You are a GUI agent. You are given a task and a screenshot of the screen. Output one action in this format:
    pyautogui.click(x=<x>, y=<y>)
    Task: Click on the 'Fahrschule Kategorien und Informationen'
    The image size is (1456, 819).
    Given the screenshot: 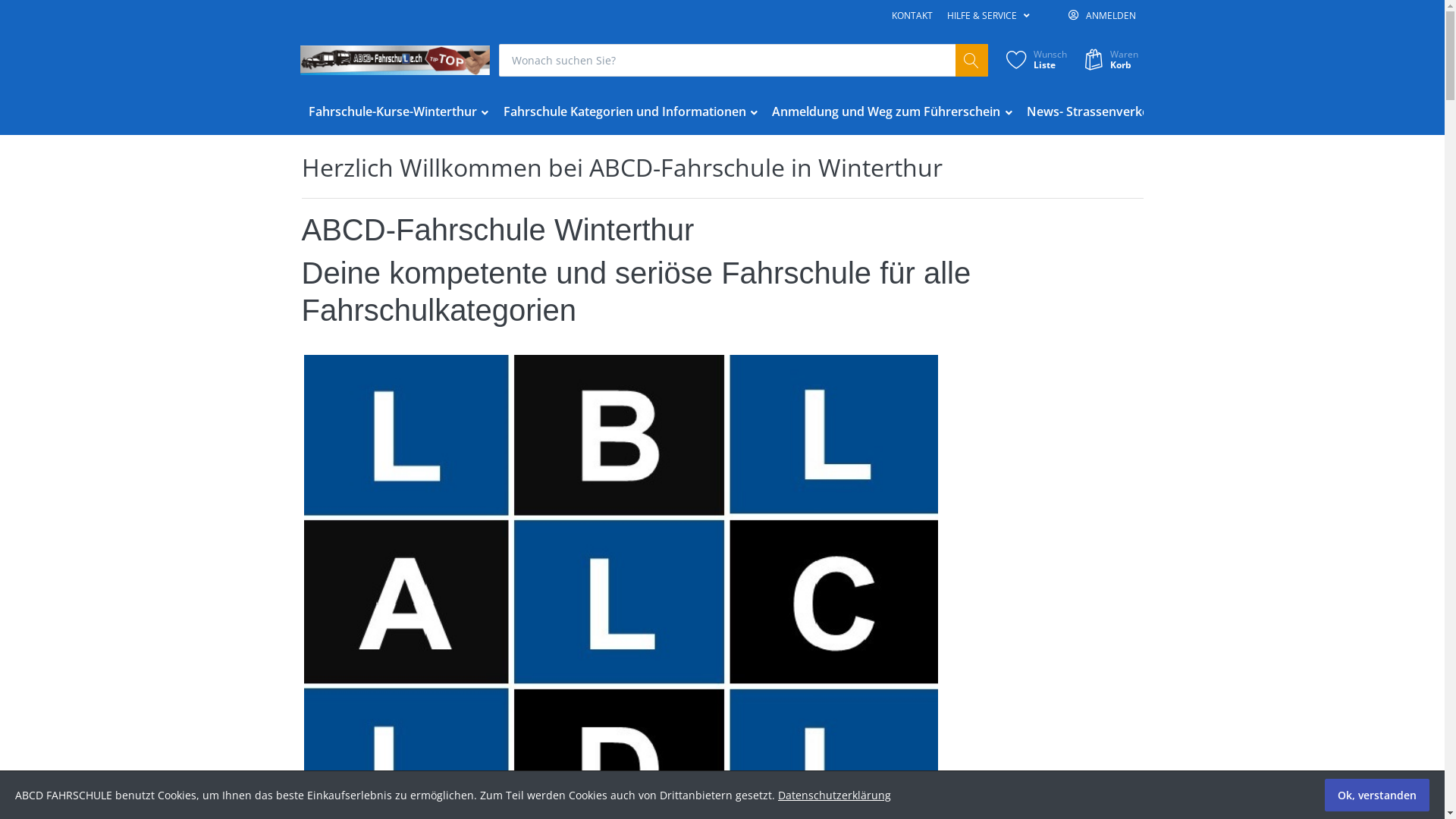 What is the action you would take?
    pyautogui.click(x=630, y=111)
    